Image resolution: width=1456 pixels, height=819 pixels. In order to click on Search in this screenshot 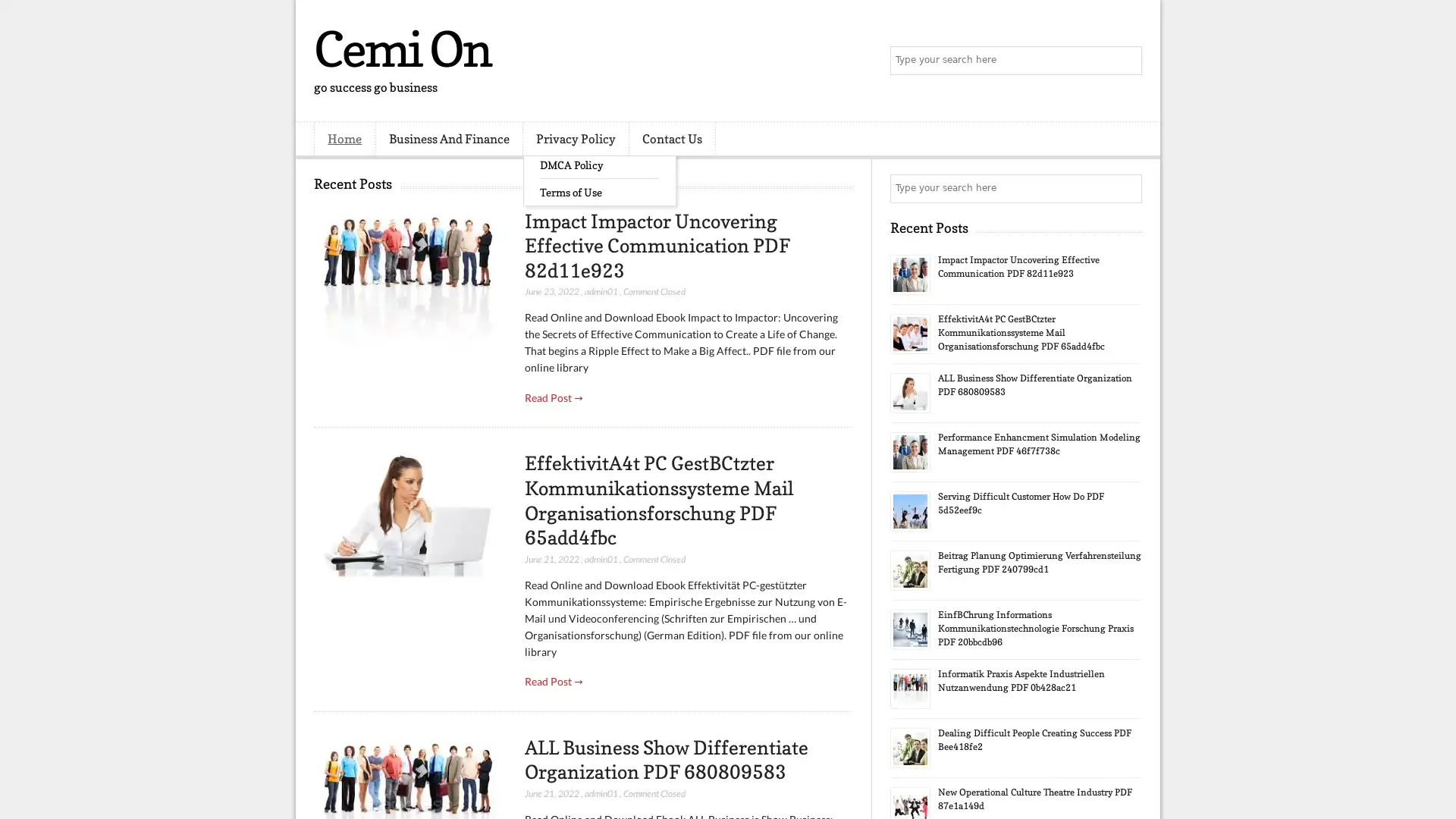, I will do `click(1126, 188)`.